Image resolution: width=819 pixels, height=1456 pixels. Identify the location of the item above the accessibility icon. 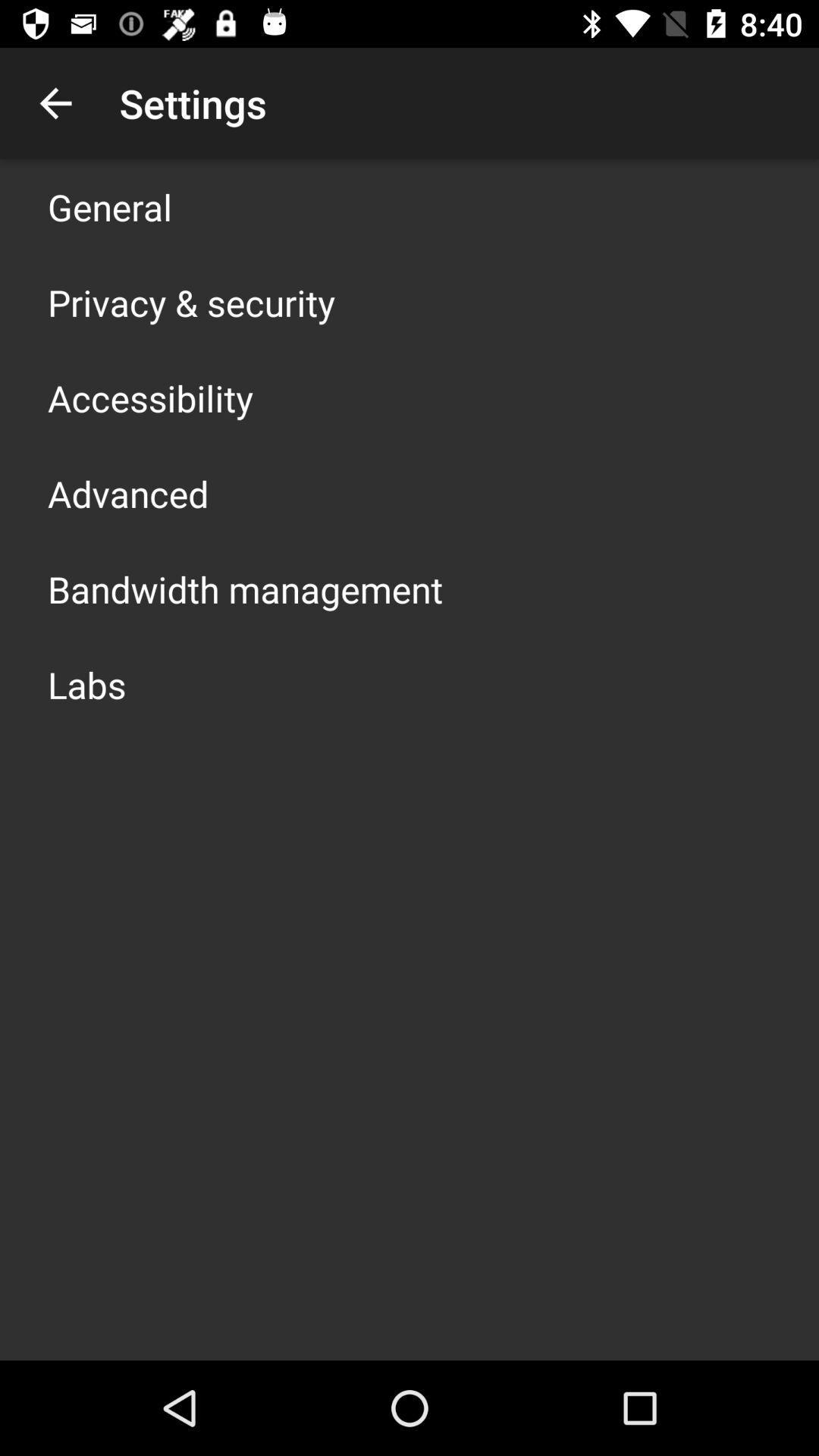
(190, 302).